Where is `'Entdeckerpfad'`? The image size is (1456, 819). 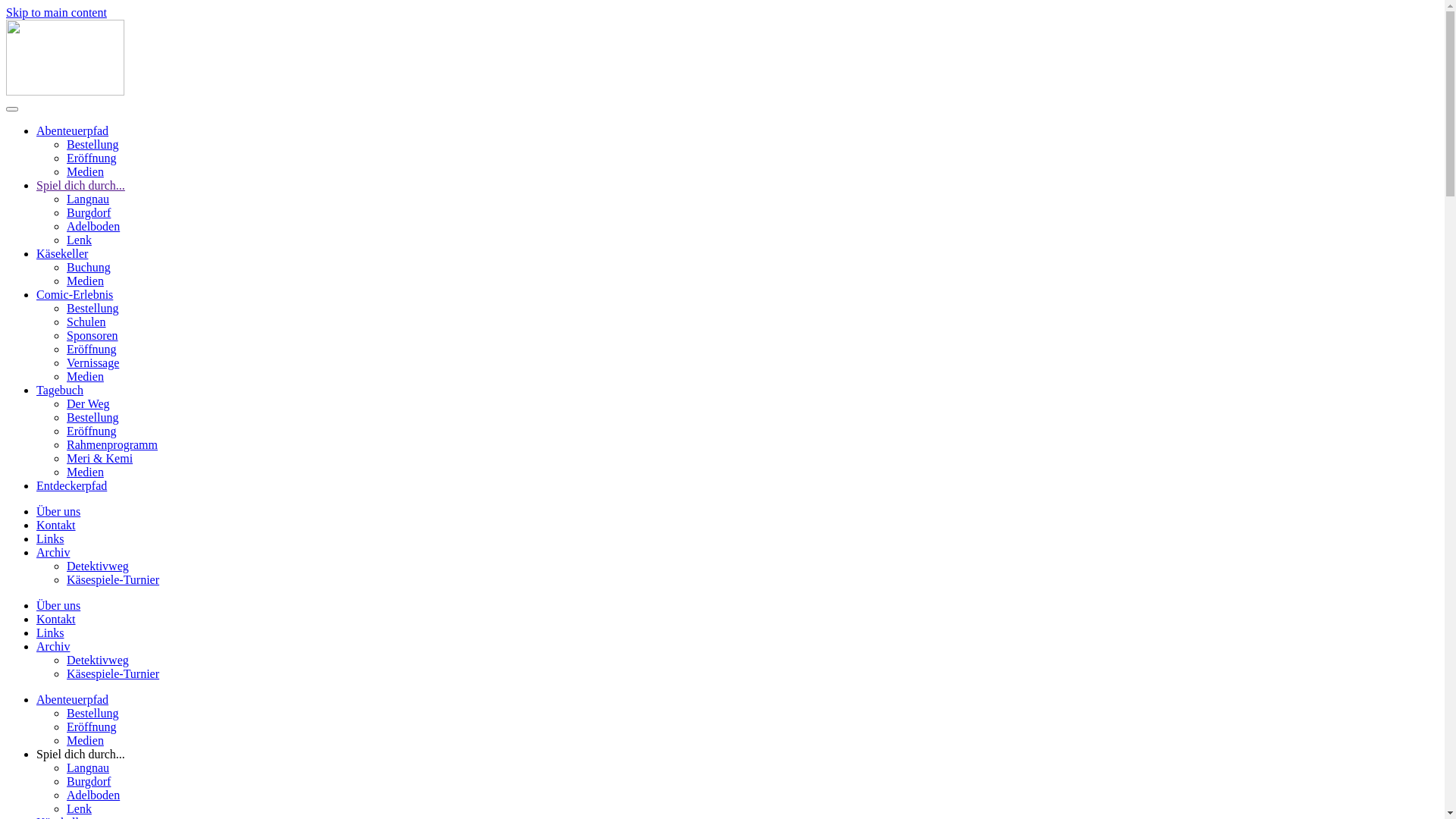
'Entdeckerpfad' is located at coordinates (71, 485).